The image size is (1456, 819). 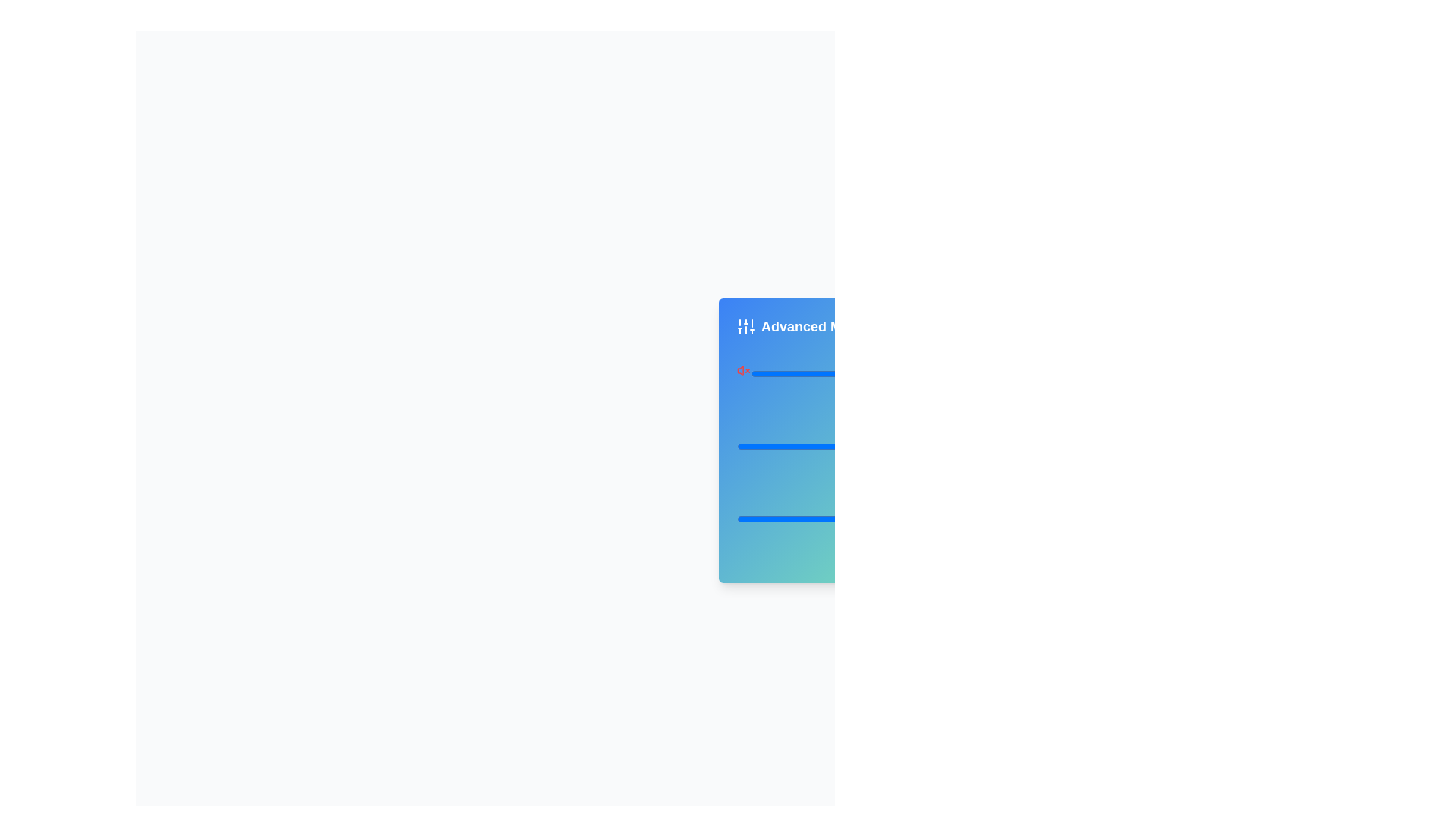 I want to click on the slider, so click(x=755, y=519).